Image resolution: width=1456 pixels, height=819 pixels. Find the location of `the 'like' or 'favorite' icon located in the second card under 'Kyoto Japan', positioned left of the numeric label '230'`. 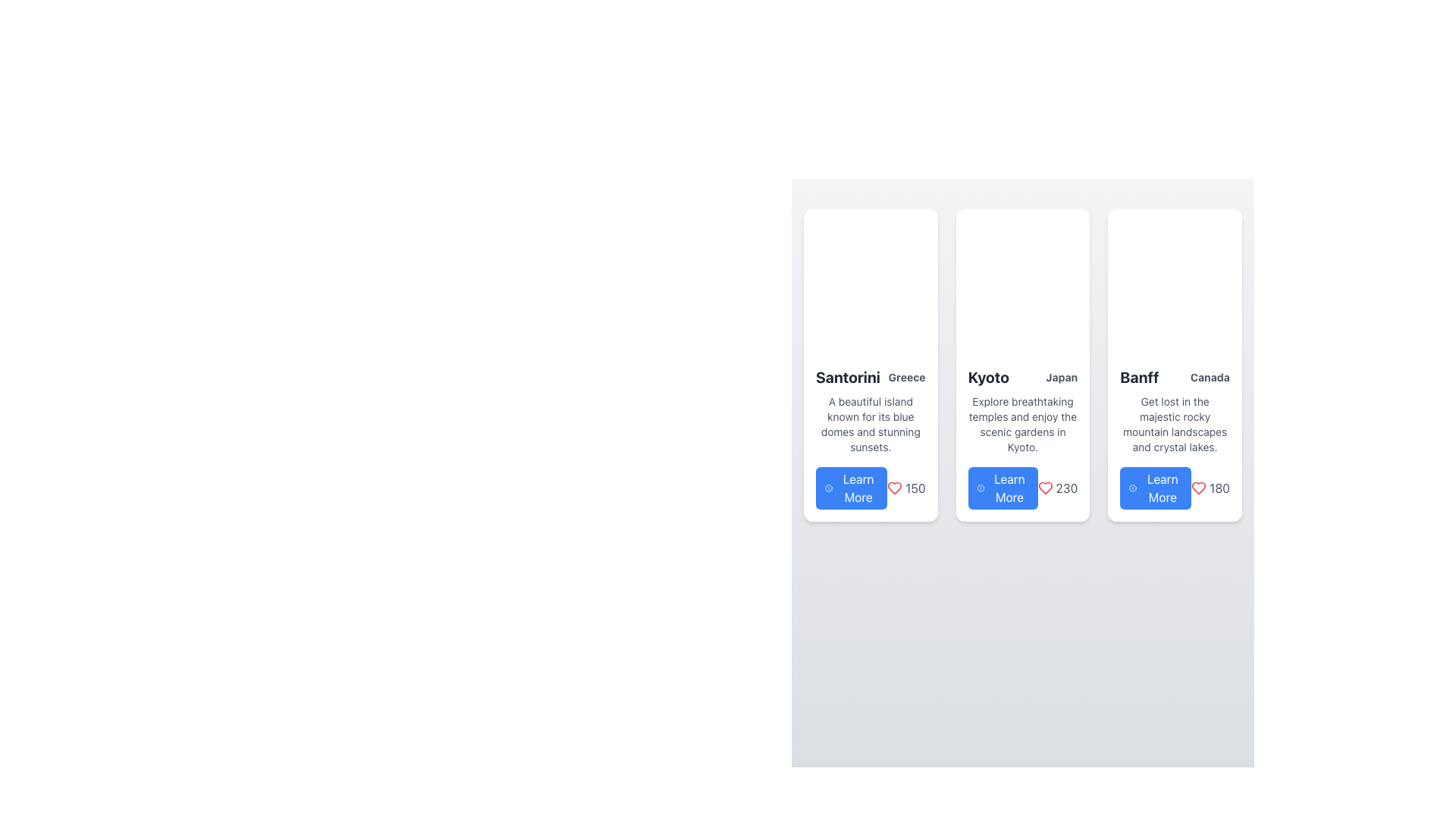

the 'like' or 'favorite' icon located in the second card under 'Kyoto Japan', positioned left of the numeric label '230' is located at coordinates (1044, 488).